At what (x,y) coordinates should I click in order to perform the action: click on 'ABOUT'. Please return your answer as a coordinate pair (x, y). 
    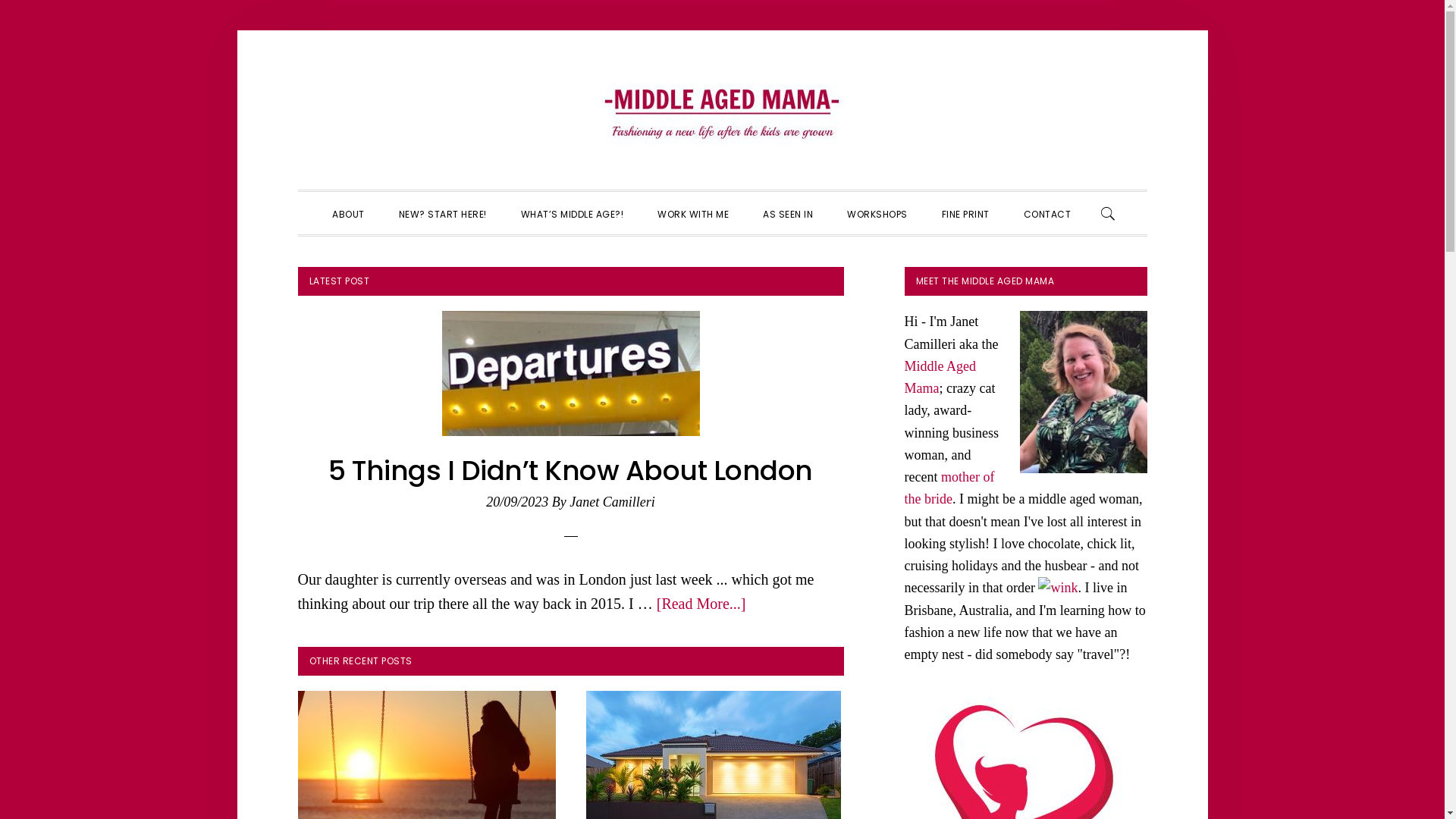
    Looking at the image, I should click on (347, 213).